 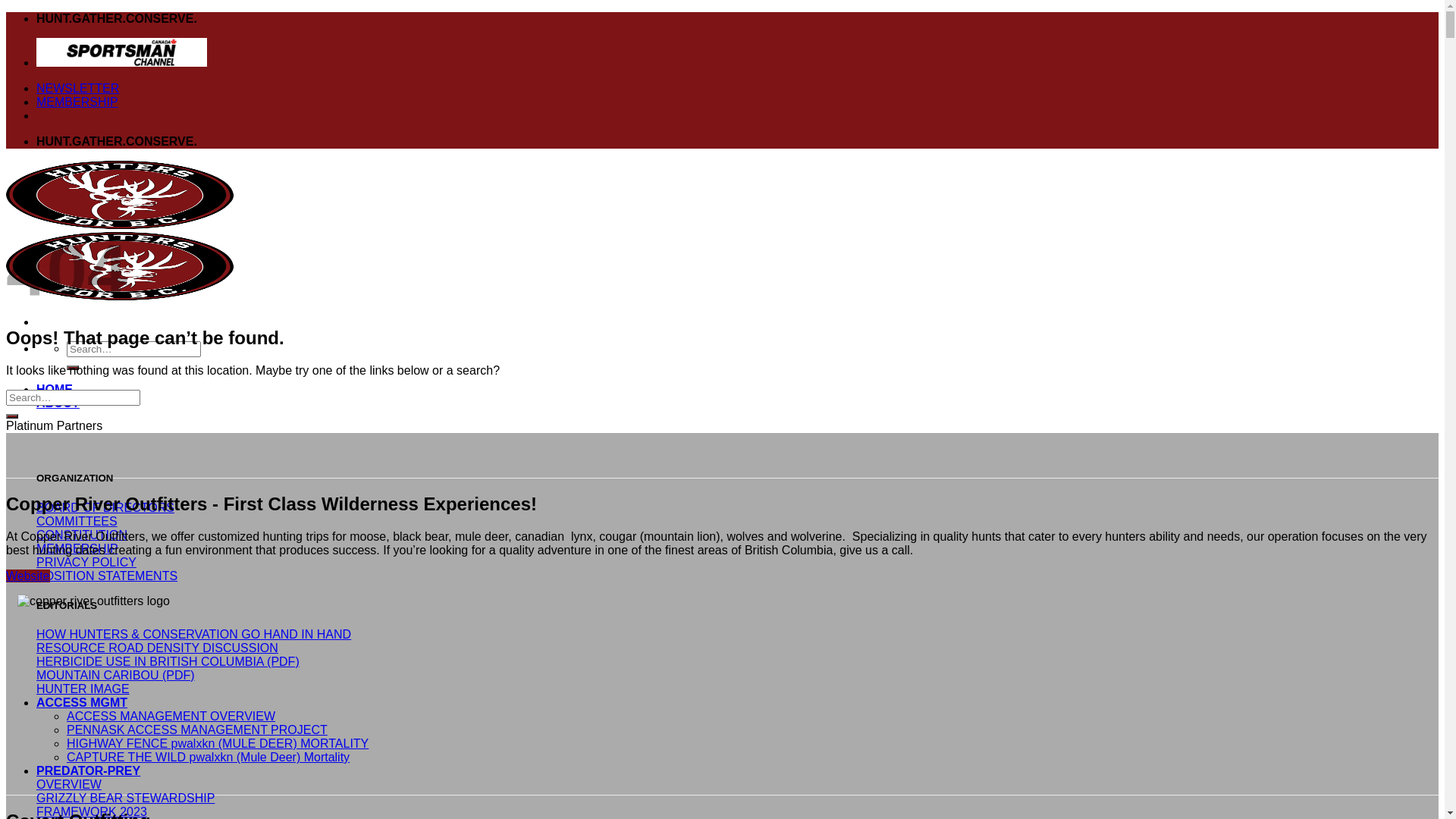 I want to click on 'HERBICIDE USE IN BRITISH COLUMBIA (PDF)', so click(x=168, y=661).